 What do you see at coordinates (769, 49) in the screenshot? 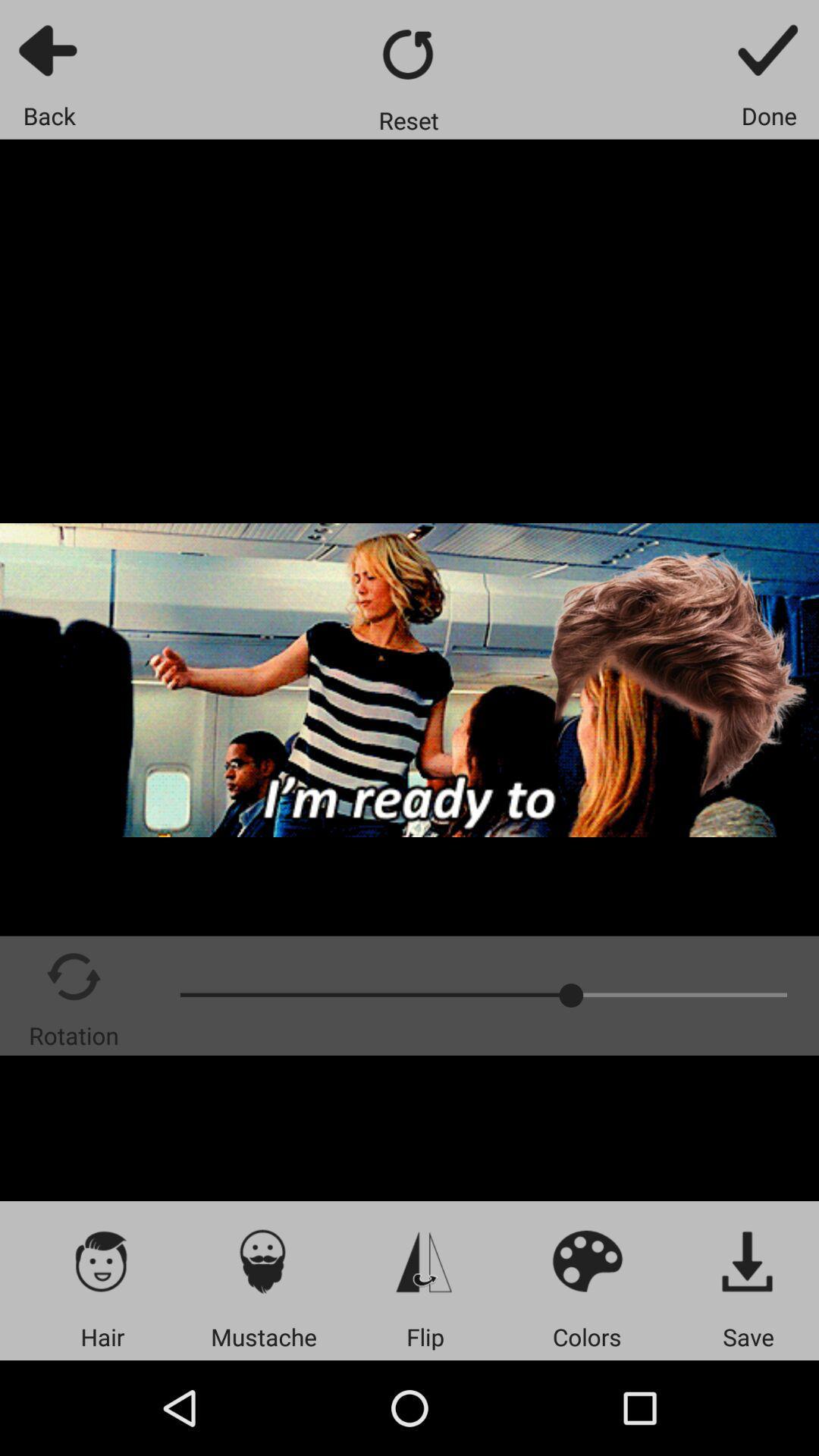
I see `confirm done` at bounding box center [769, 49].